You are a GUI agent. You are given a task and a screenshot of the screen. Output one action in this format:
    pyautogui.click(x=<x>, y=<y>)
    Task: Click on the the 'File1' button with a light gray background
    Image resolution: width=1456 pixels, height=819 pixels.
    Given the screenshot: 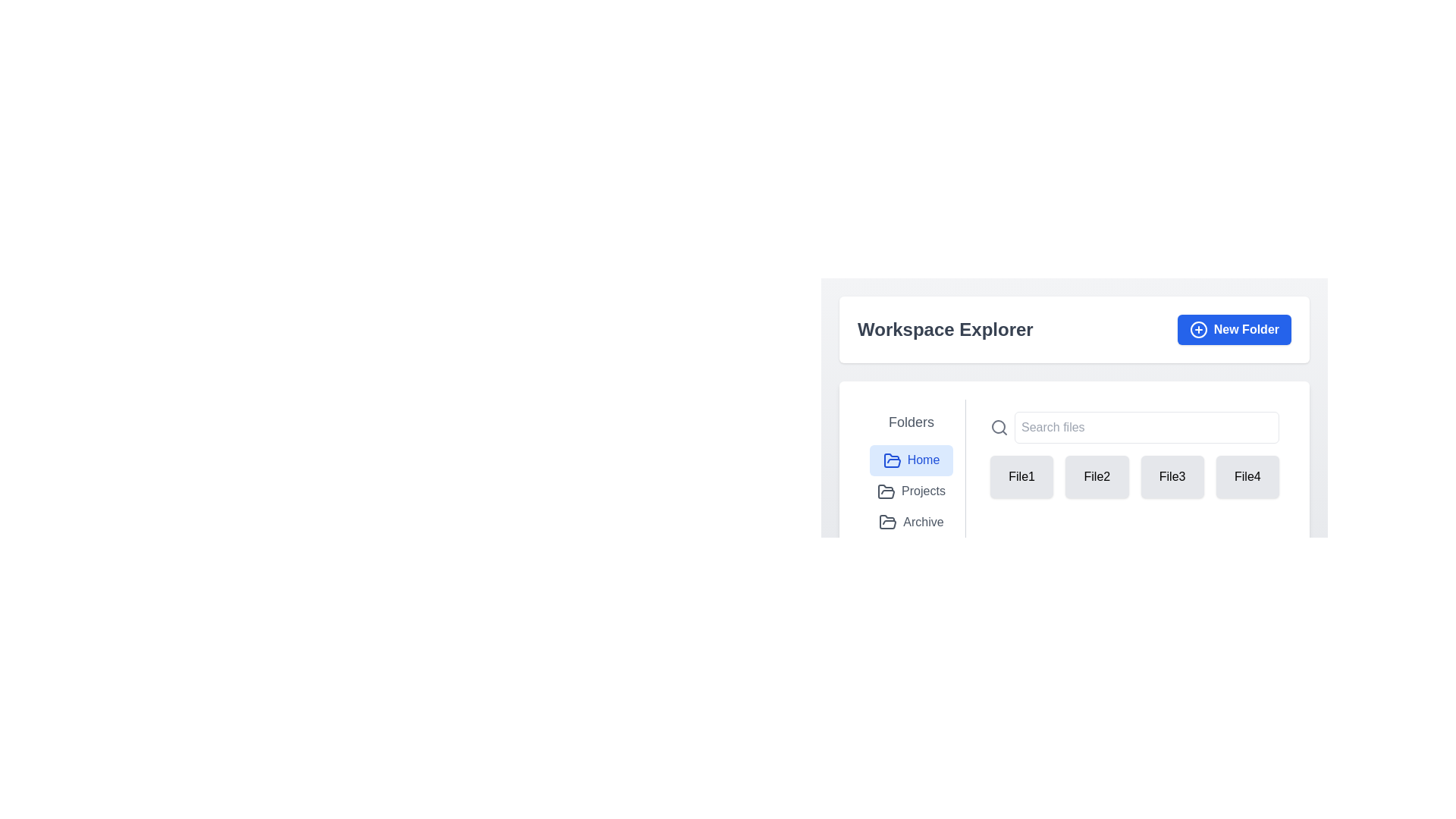 What is the action you would take?
    pyautogui.click(x=1021, y=475)
    